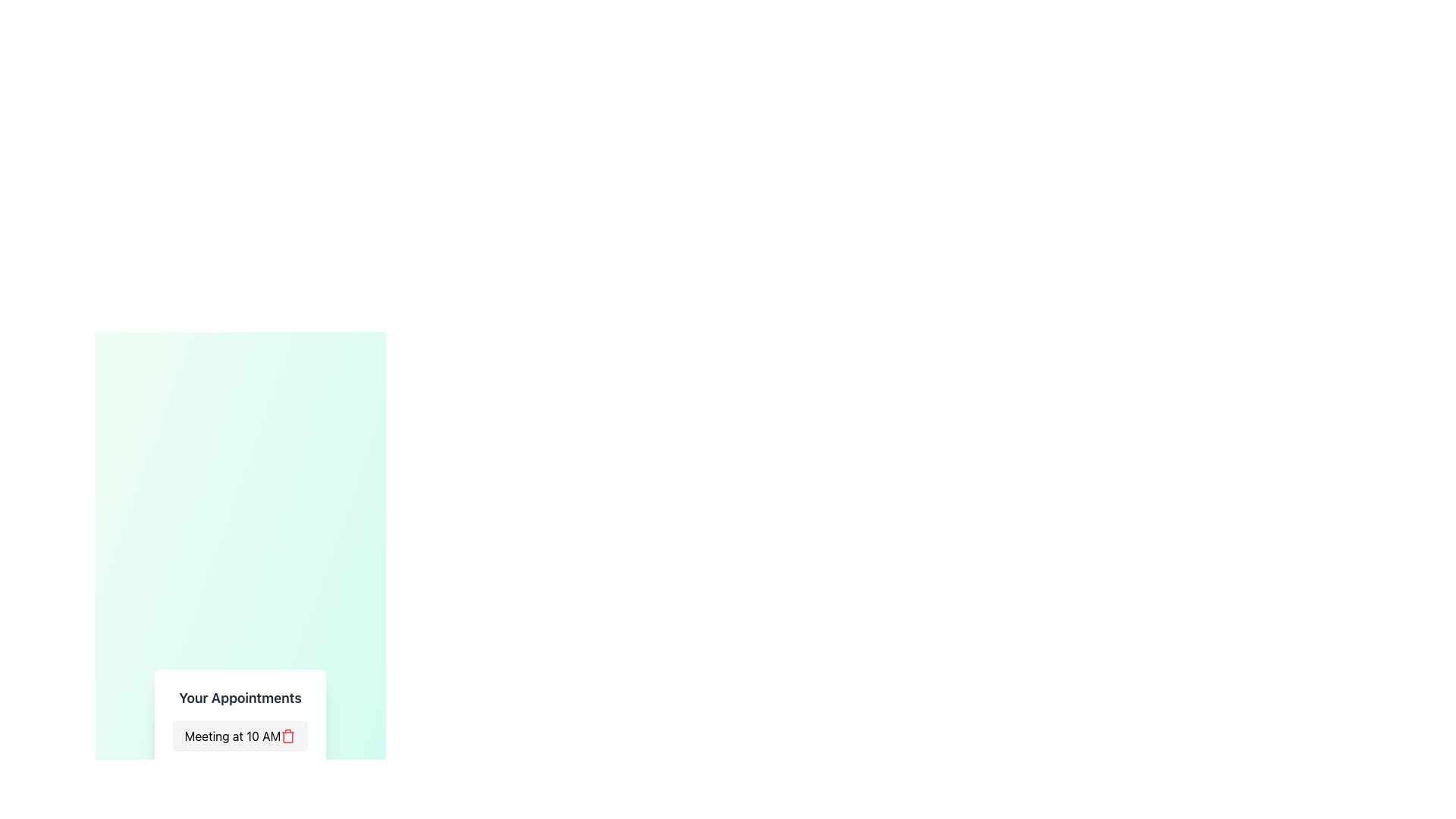  What do you see at coordinates (232, 736) in the screenshot?
I see `the Text Label displaying 'Meeting at 10 AM', which is part of a horizontally split layout with a rounded background` at bounding box center [232, 736].